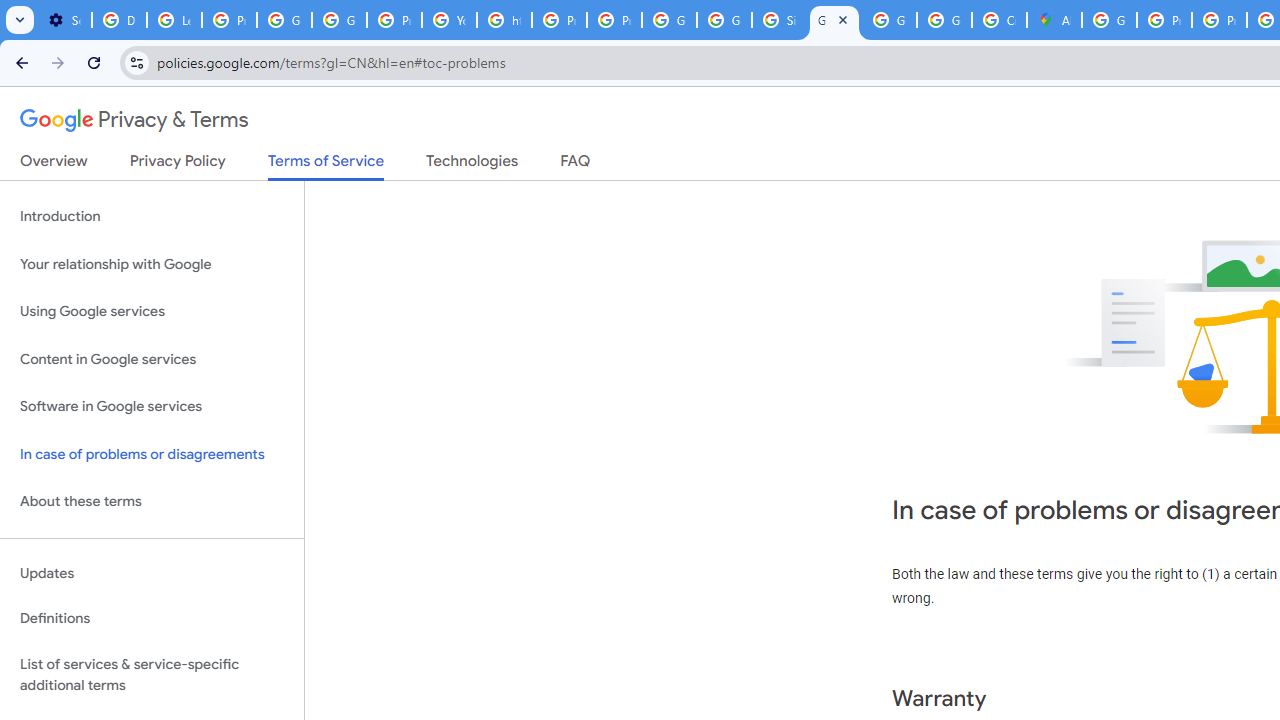 This screenshot has height=720, width=1280. I want to click on 'Software in Google services', so click(151, 406).